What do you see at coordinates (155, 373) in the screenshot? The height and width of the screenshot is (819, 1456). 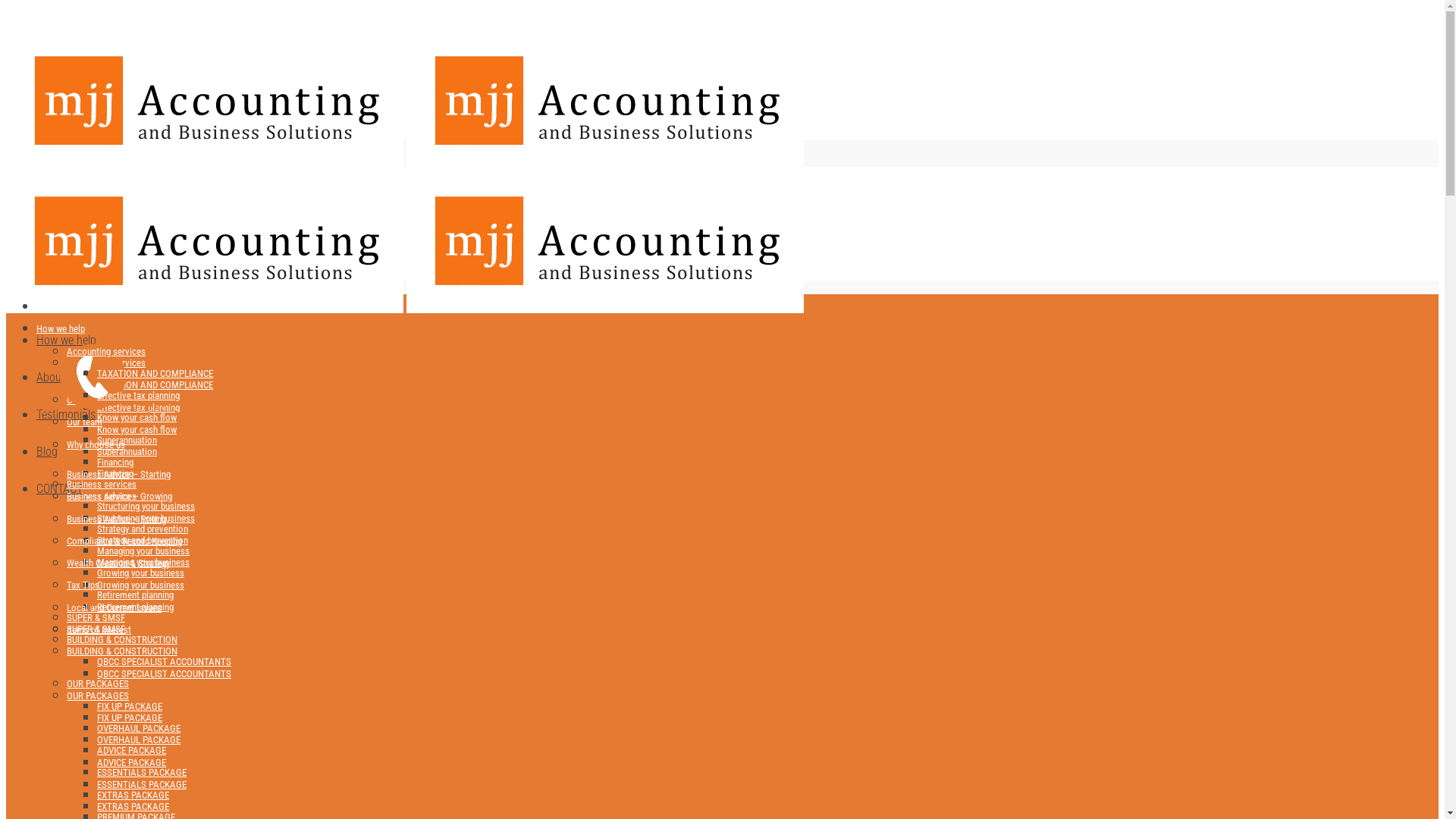 I see `'TAXATION AND COMPLIANCE'` at bounding box center [155, 373].